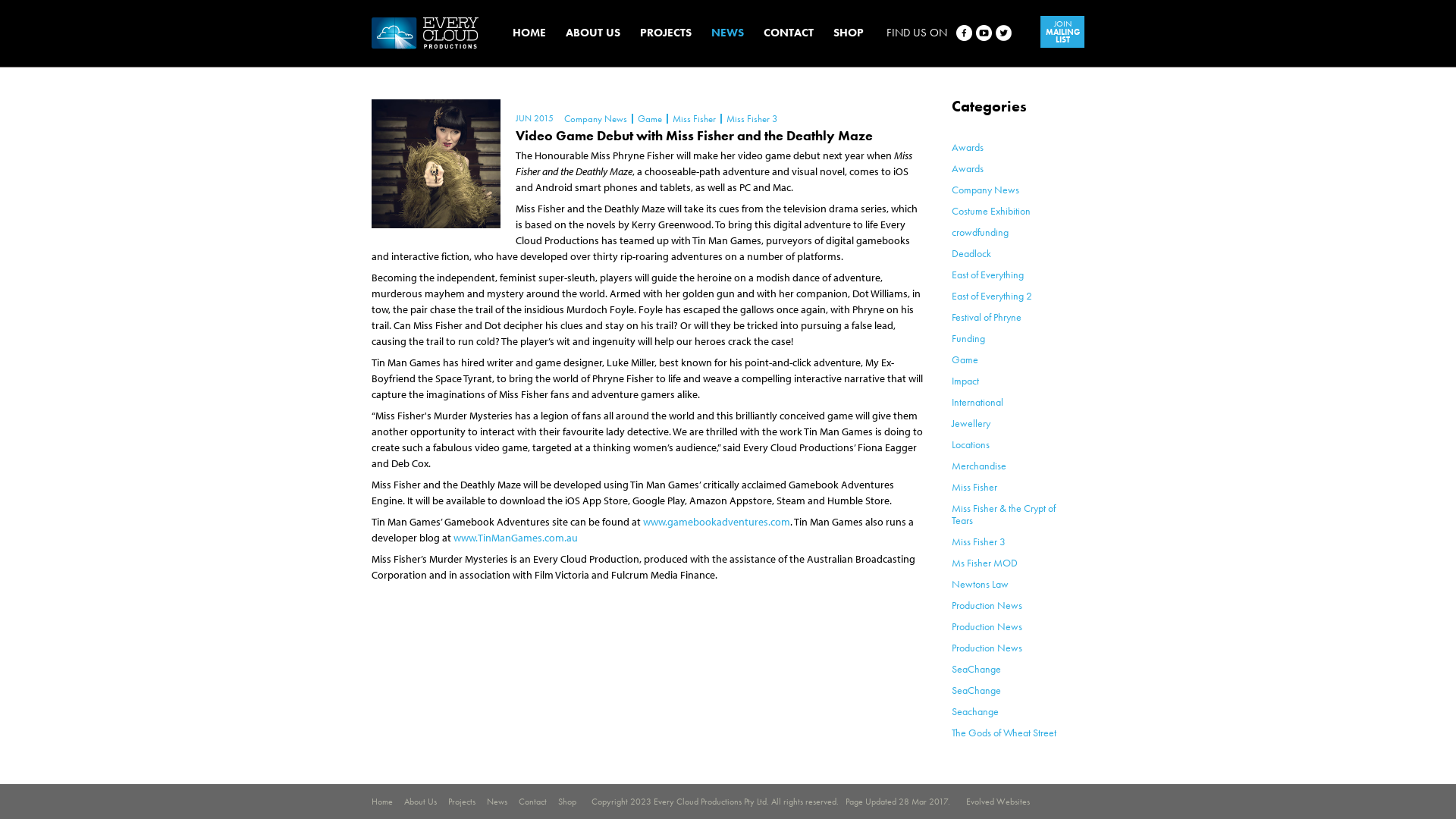 The image size is (1456, 819). What do you see at coordinates (975, 711) in the screenshot?
I see `'Seachange'` at bounding box center [975, 711].